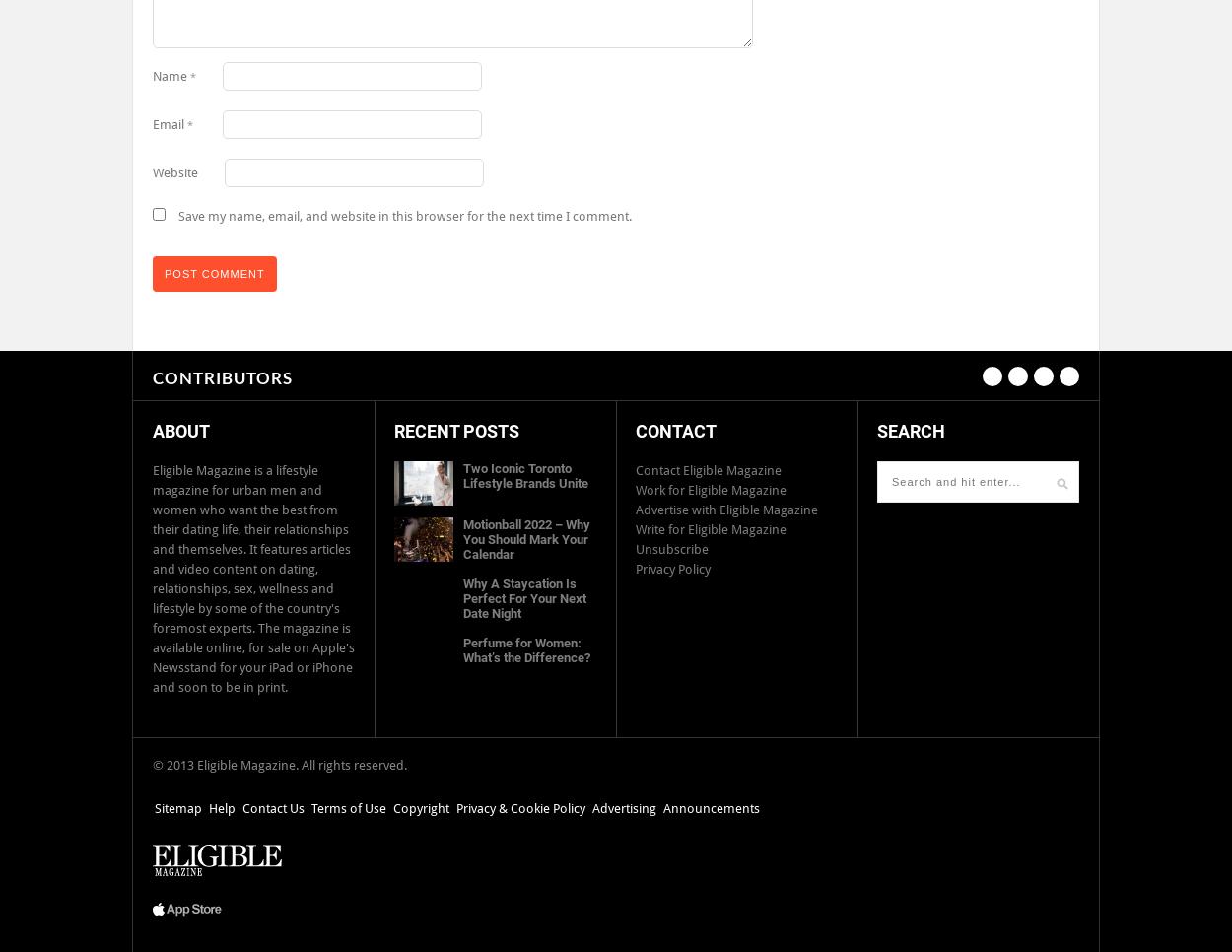  What do you see at coordinates (525, 476) in the screenshot?
I see `'Two Iconic Toronto Lifestyle Brands Unite'` at bounding box center [525, 476].